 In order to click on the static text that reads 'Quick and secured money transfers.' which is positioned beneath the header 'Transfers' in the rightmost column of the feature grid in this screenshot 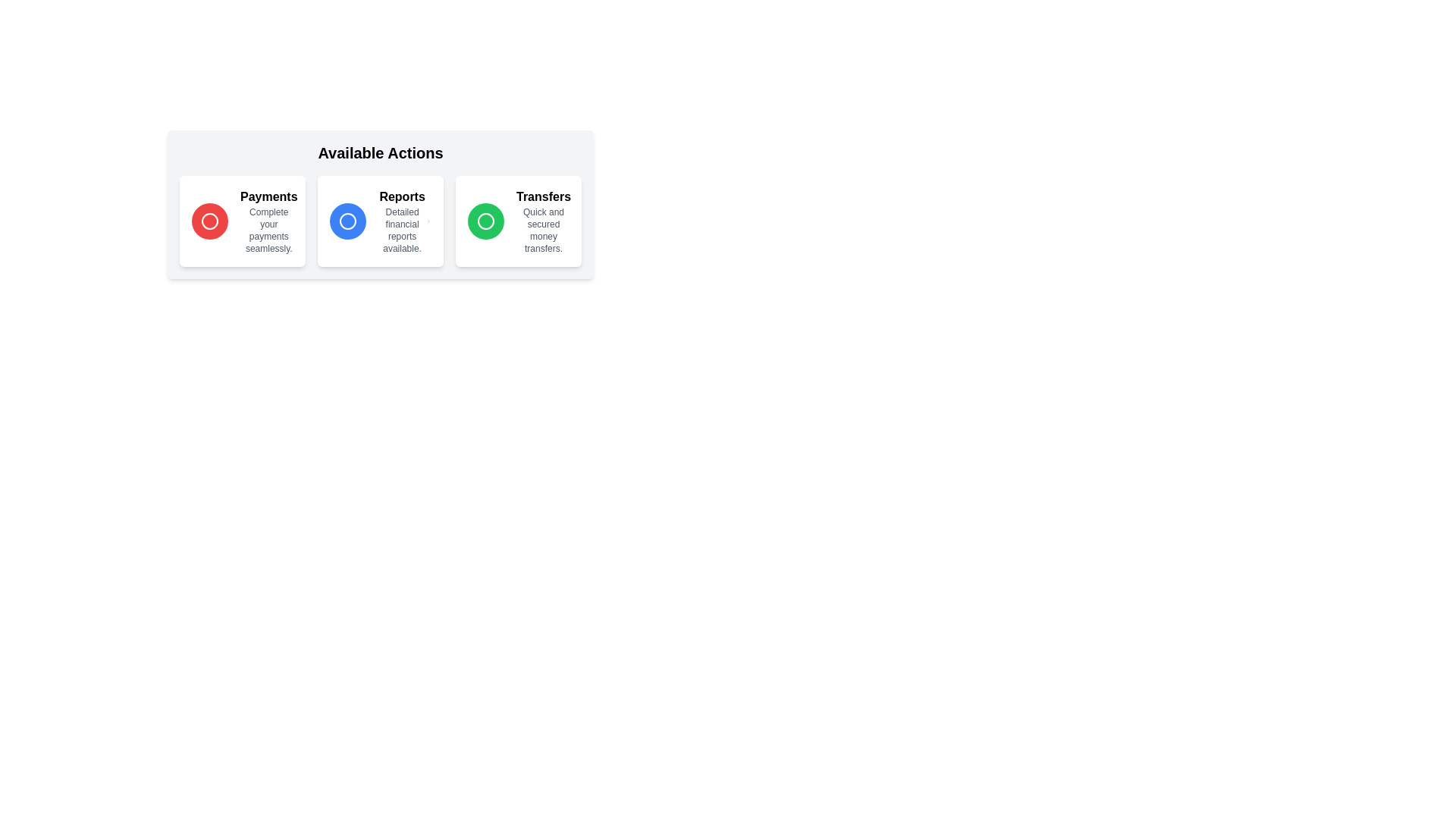, I will do `click(543, 231)`.